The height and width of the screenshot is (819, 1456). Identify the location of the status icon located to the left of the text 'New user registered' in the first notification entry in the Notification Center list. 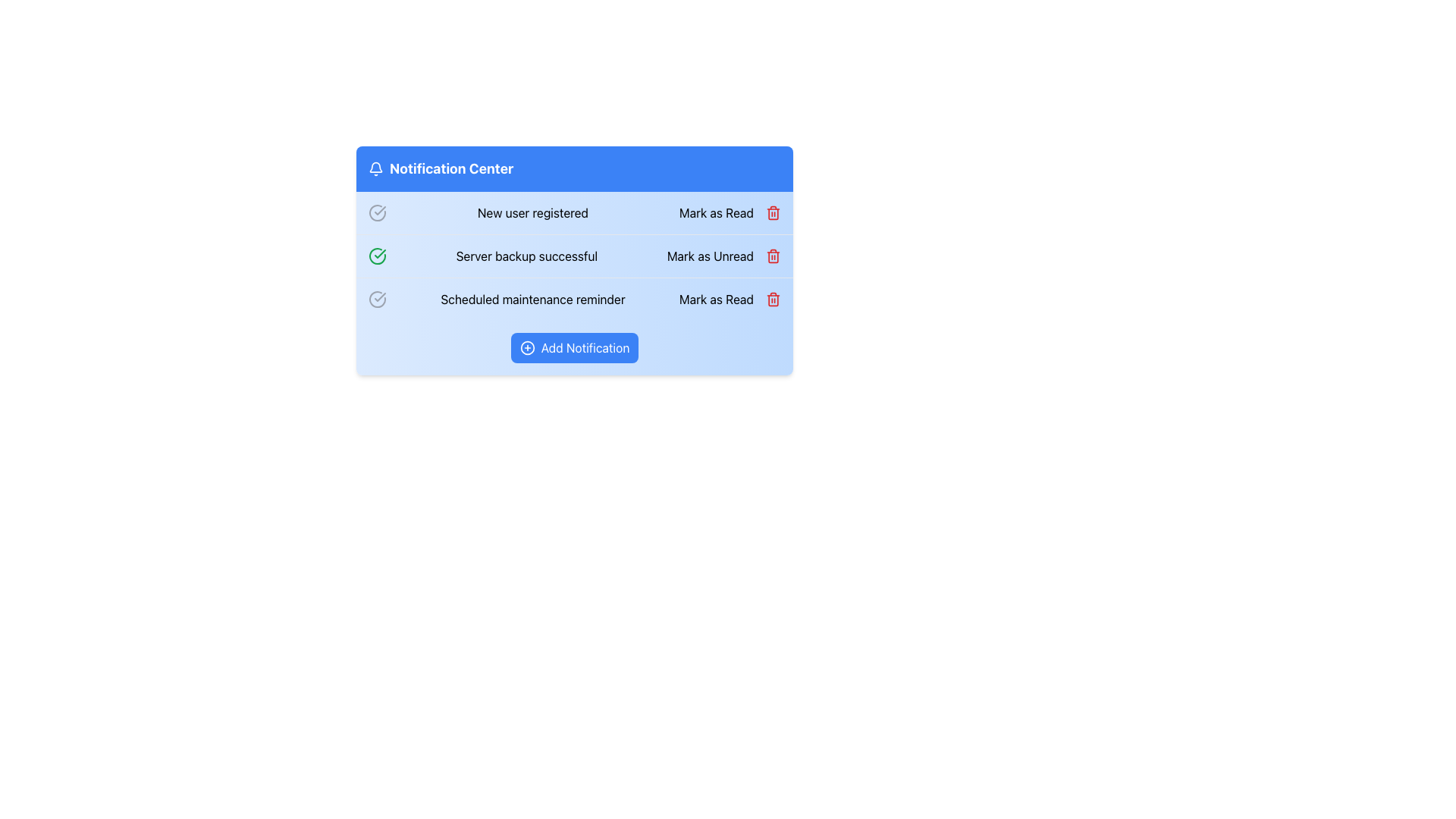
(378, 213).